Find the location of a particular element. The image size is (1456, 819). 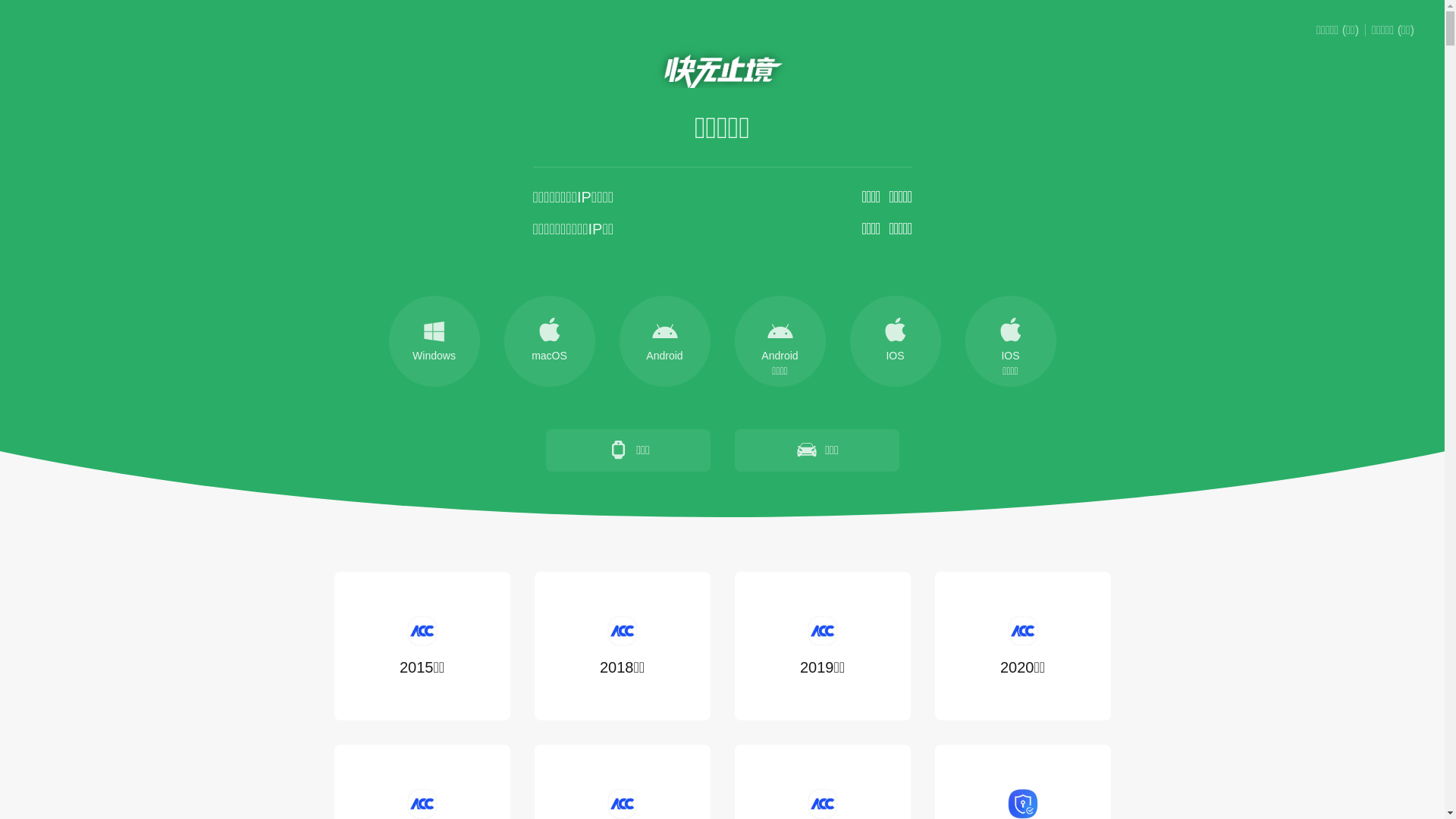

'Windows' is located at coordinates (388, 341).